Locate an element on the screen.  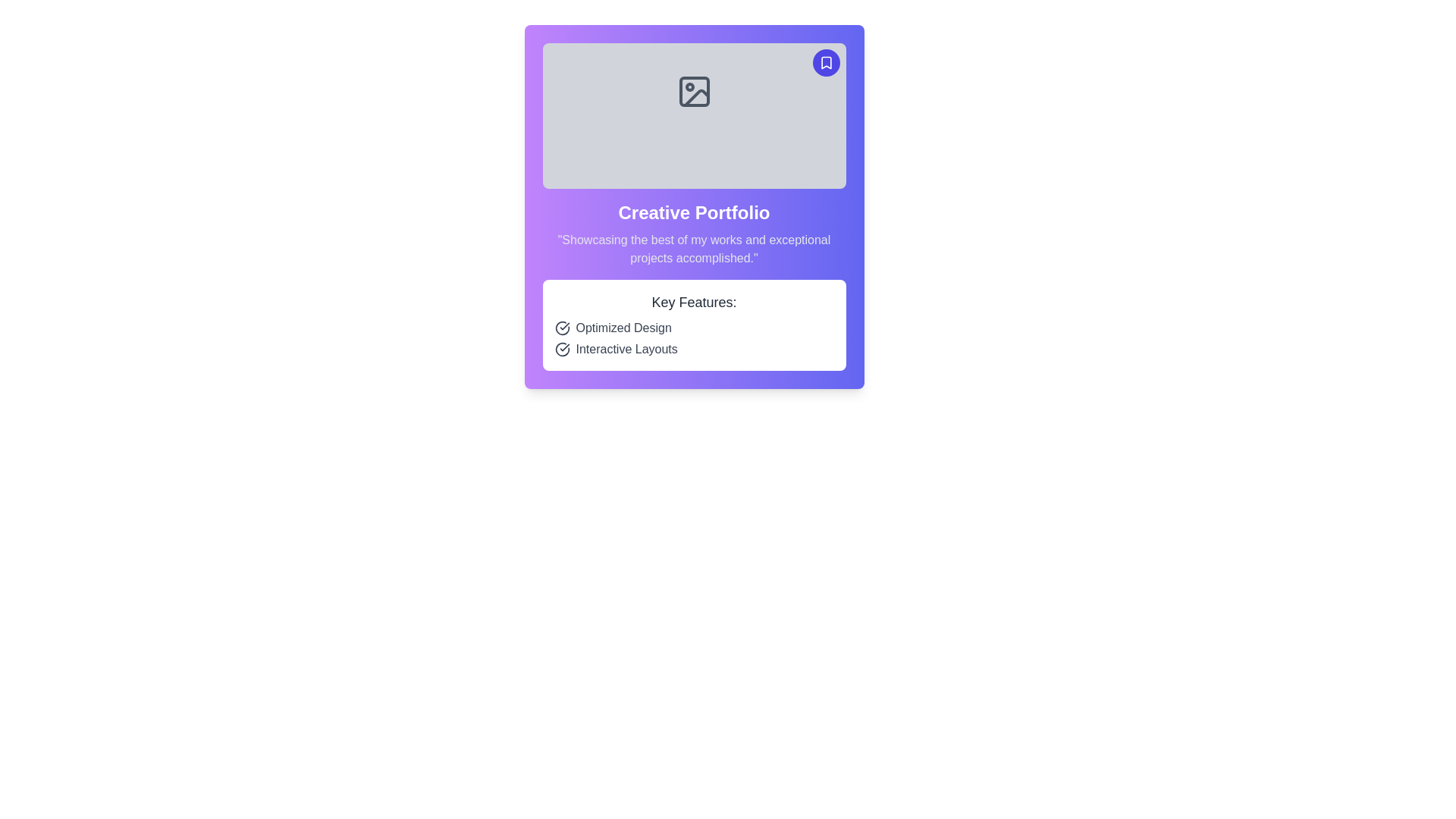
the icon located to the left of the text 'Optimized Design' in the 'Key Features' section of the interface, which indicates completion or agreement is located at coordinates (561, 327).